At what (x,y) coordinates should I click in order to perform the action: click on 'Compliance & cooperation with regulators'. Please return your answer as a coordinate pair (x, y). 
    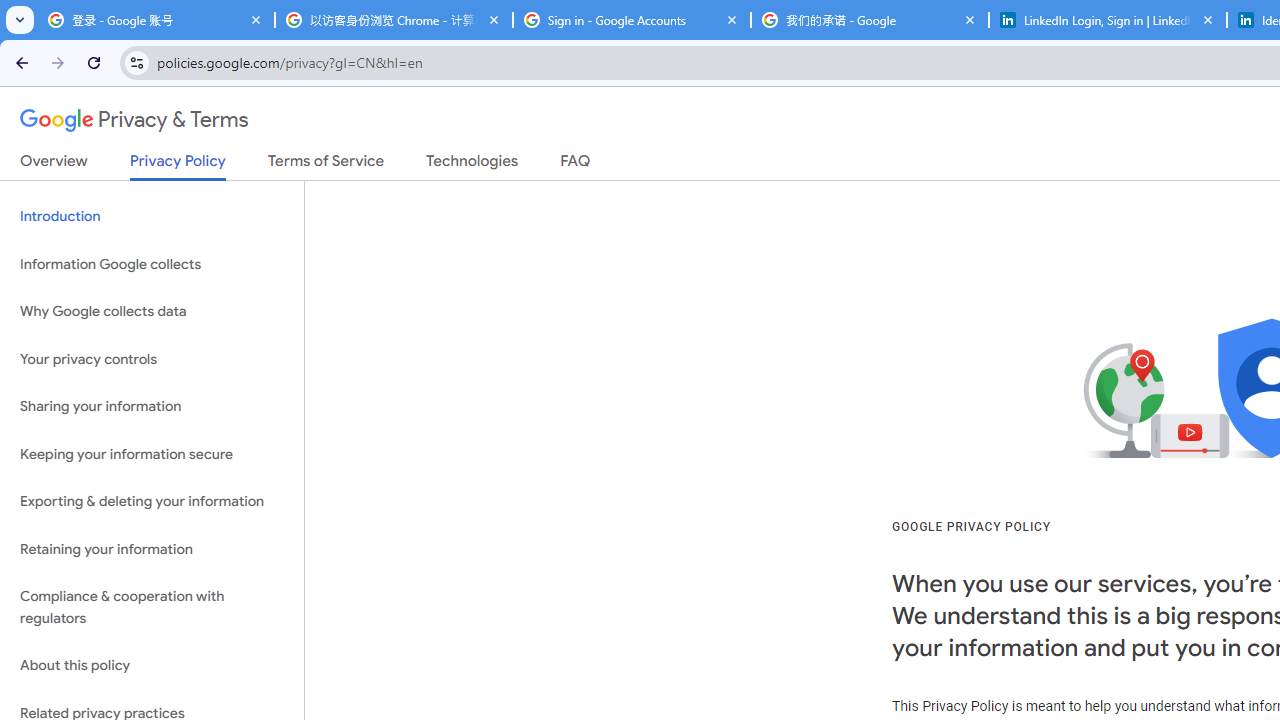
    Looking at the image, I should click on (151, 607).